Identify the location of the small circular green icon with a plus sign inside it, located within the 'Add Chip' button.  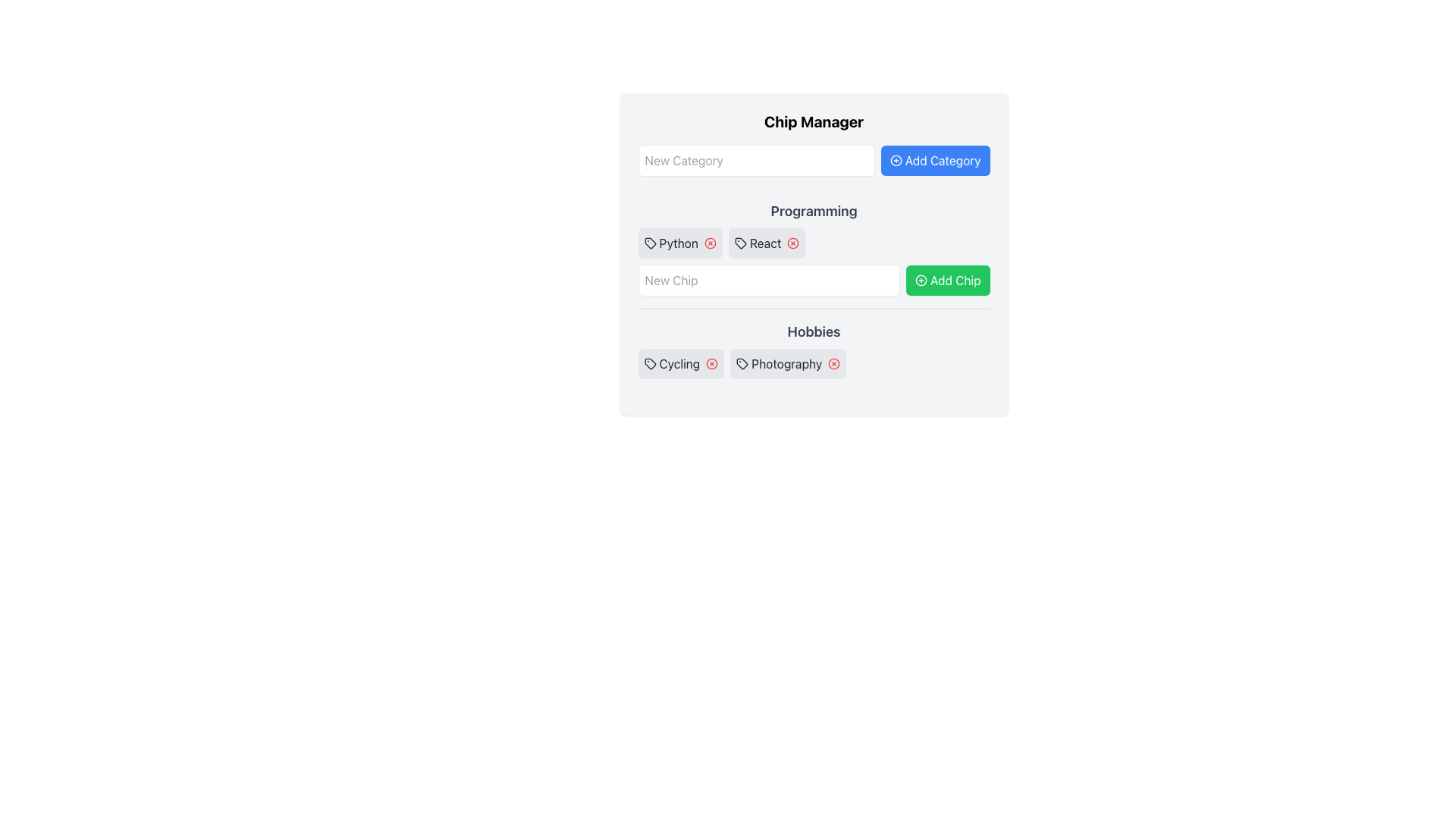
(920, 281).